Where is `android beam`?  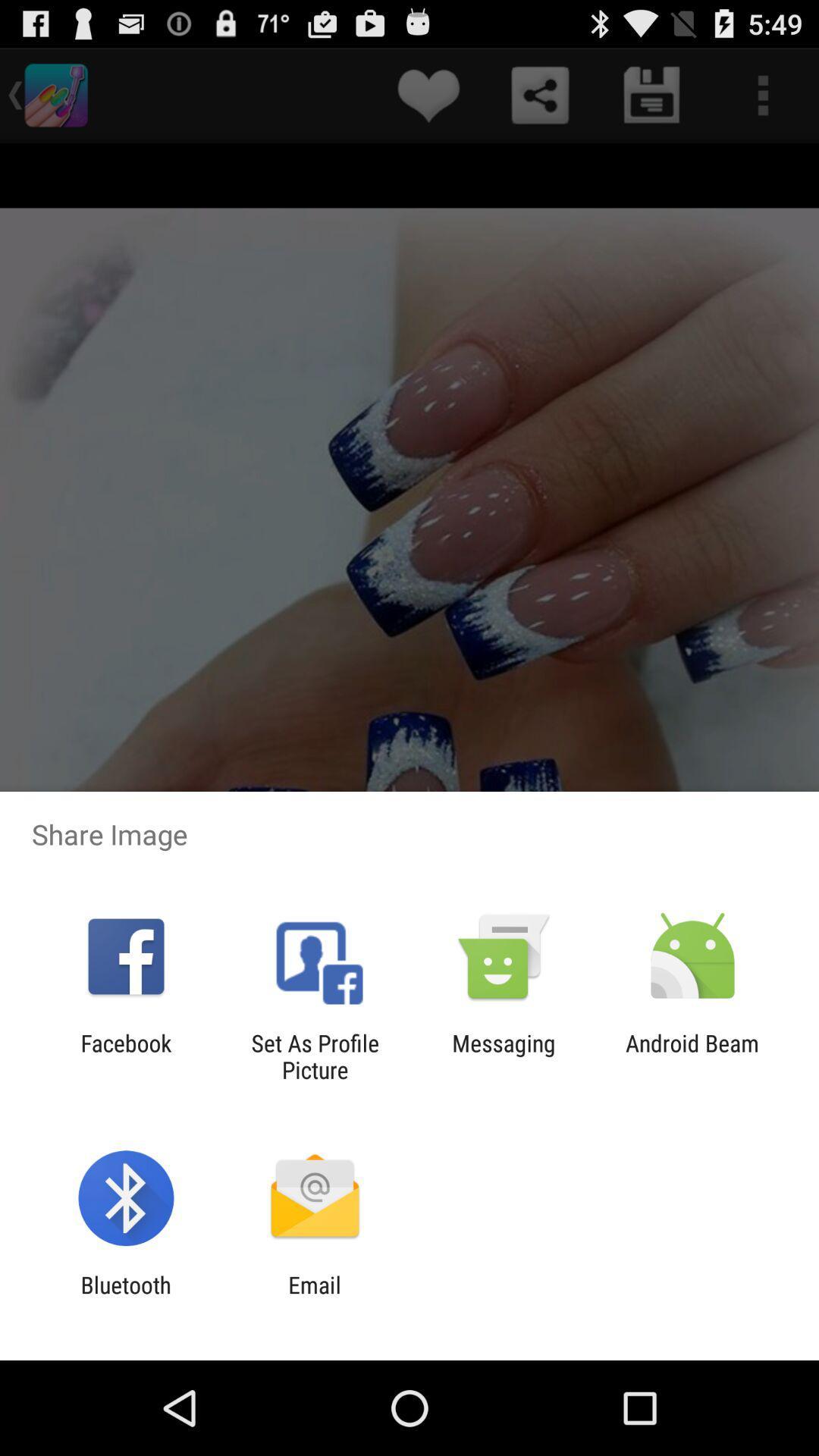 android beam is located at coordinates (692, 1056).